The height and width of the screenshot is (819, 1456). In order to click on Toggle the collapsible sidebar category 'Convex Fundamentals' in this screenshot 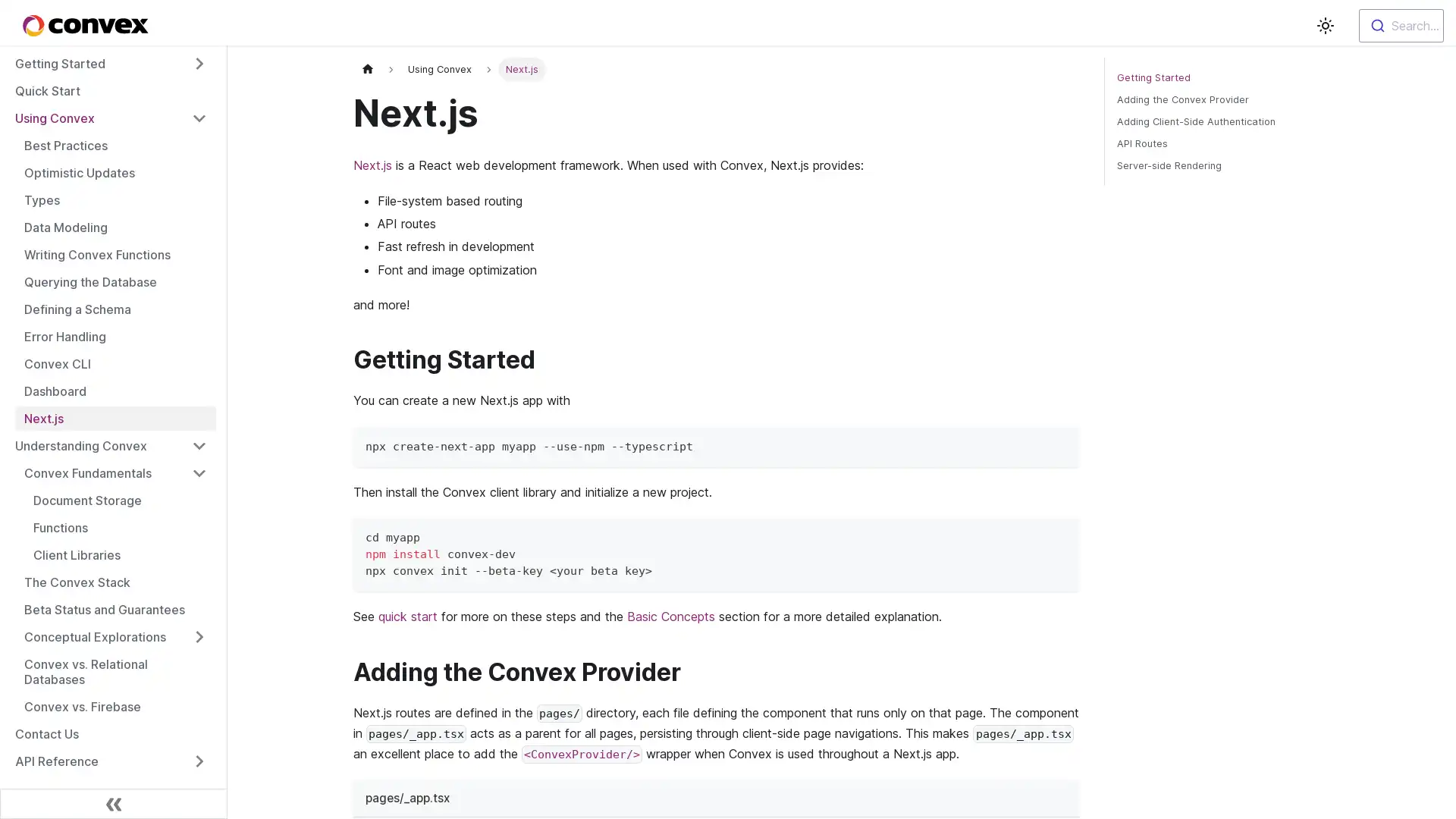, I will do `click(199, 472)`.